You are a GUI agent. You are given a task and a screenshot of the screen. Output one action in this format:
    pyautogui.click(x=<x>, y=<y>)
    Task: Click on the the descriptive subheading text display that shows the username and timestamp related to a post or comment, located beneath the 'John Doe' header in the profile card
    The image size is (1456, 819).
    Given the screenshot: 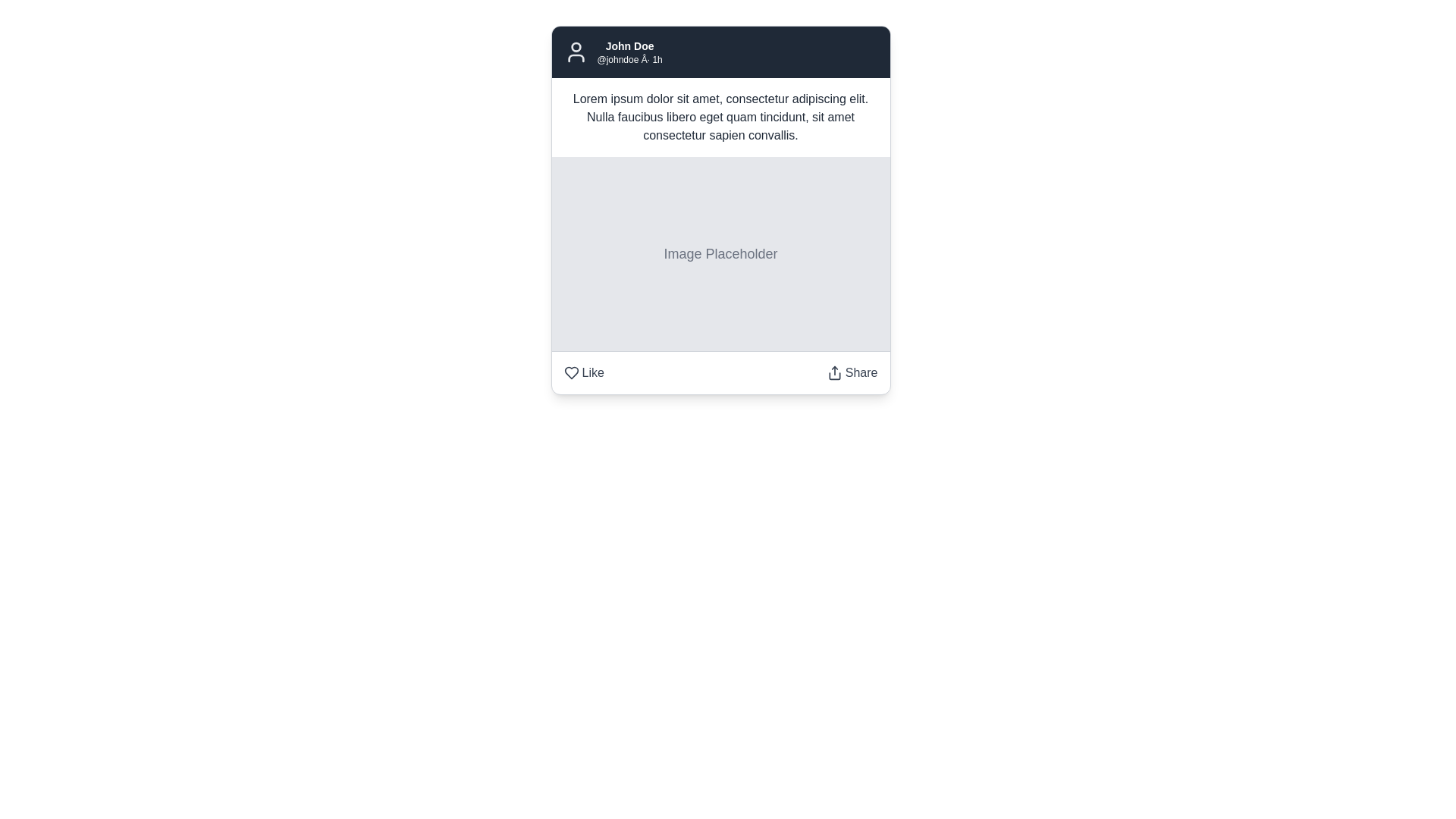 What is the action you would take?
    pyautogui.click(x=629, y=58)
    